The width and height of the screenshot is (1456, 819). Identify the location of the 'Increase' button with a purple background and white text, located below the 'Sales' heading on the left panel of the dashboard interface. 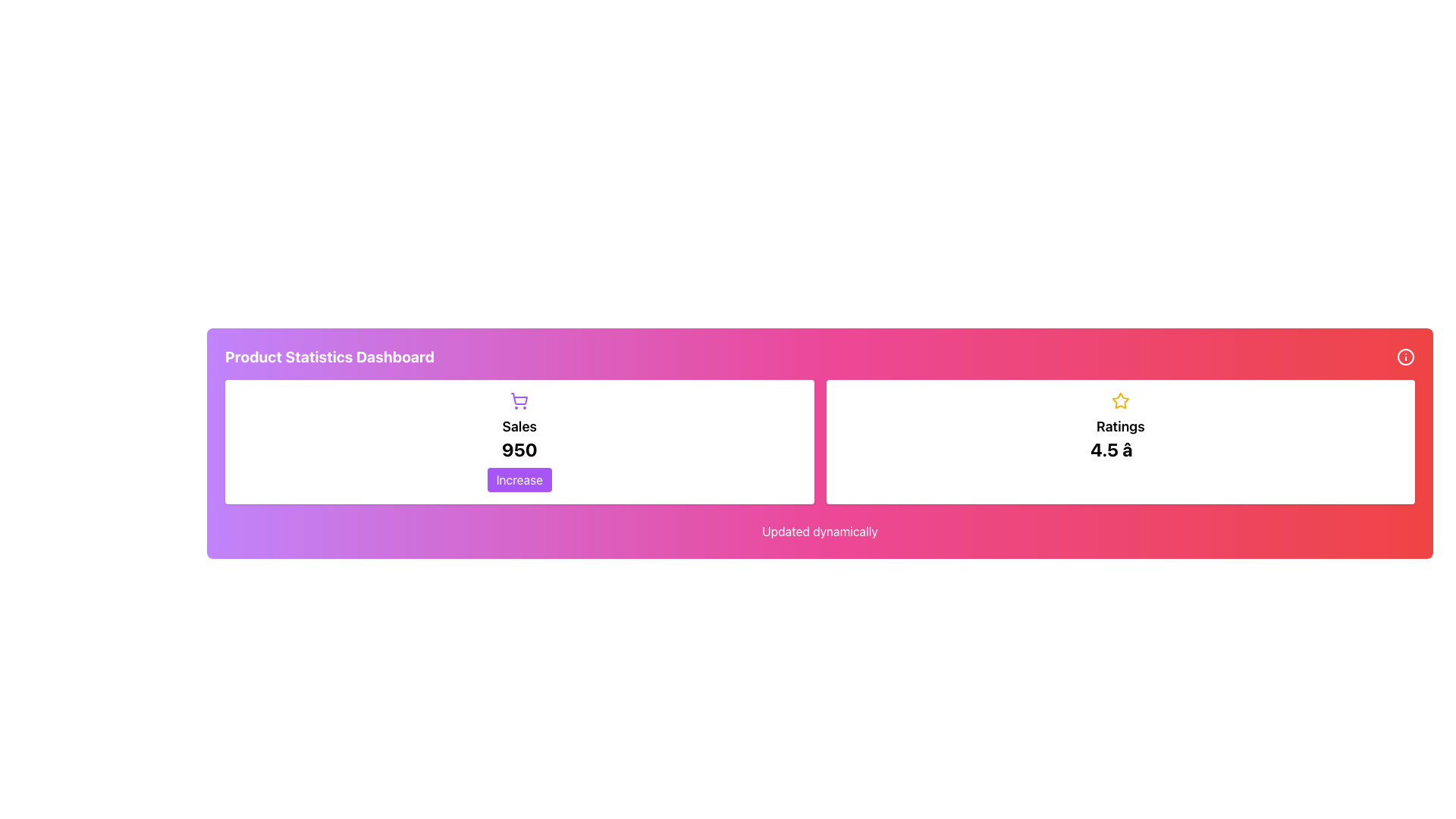
(519, 479).